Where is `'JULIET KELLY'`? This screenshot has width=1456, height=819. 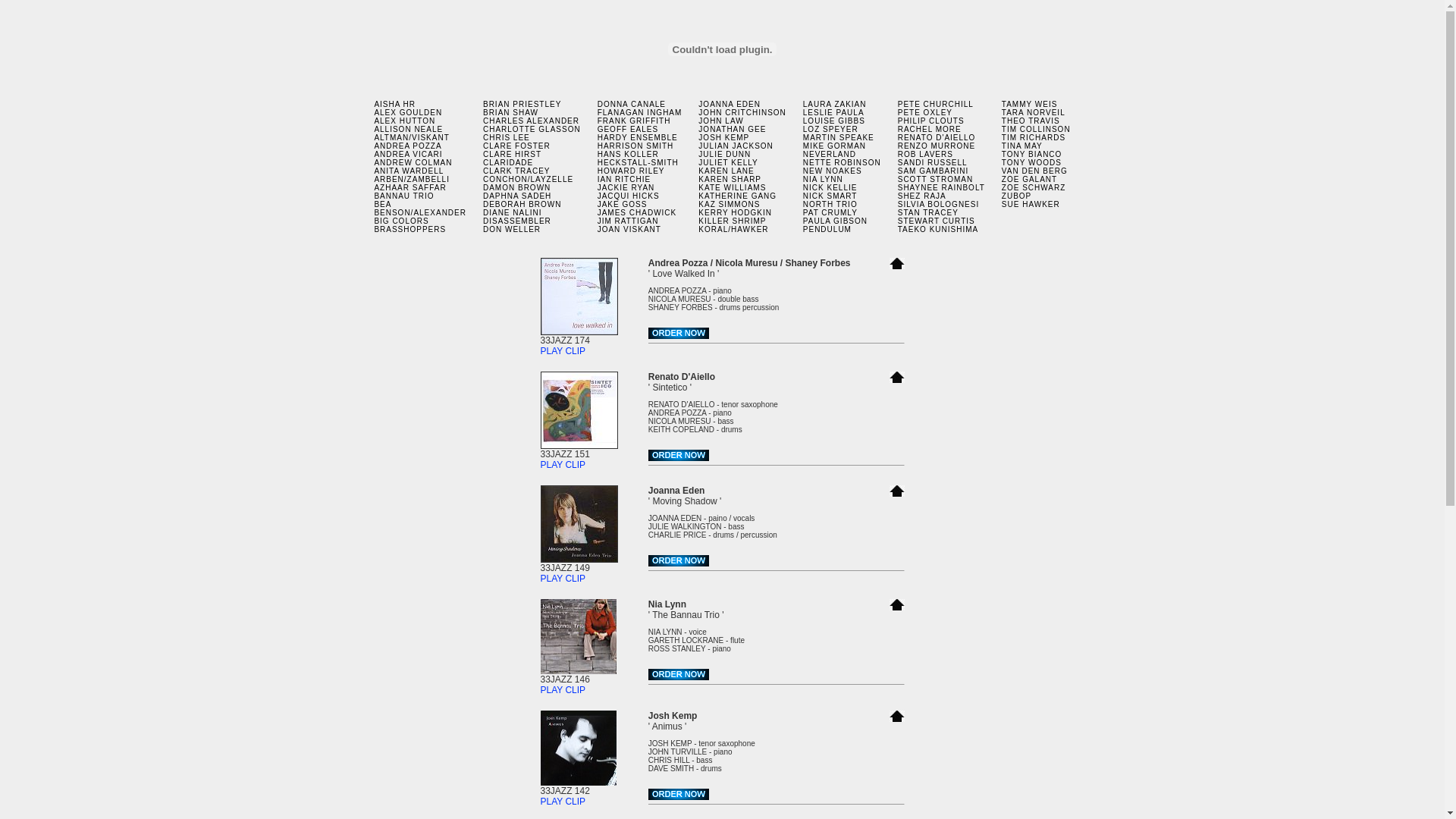 'JULIET KELLY' is located at coordinates (728, 162).